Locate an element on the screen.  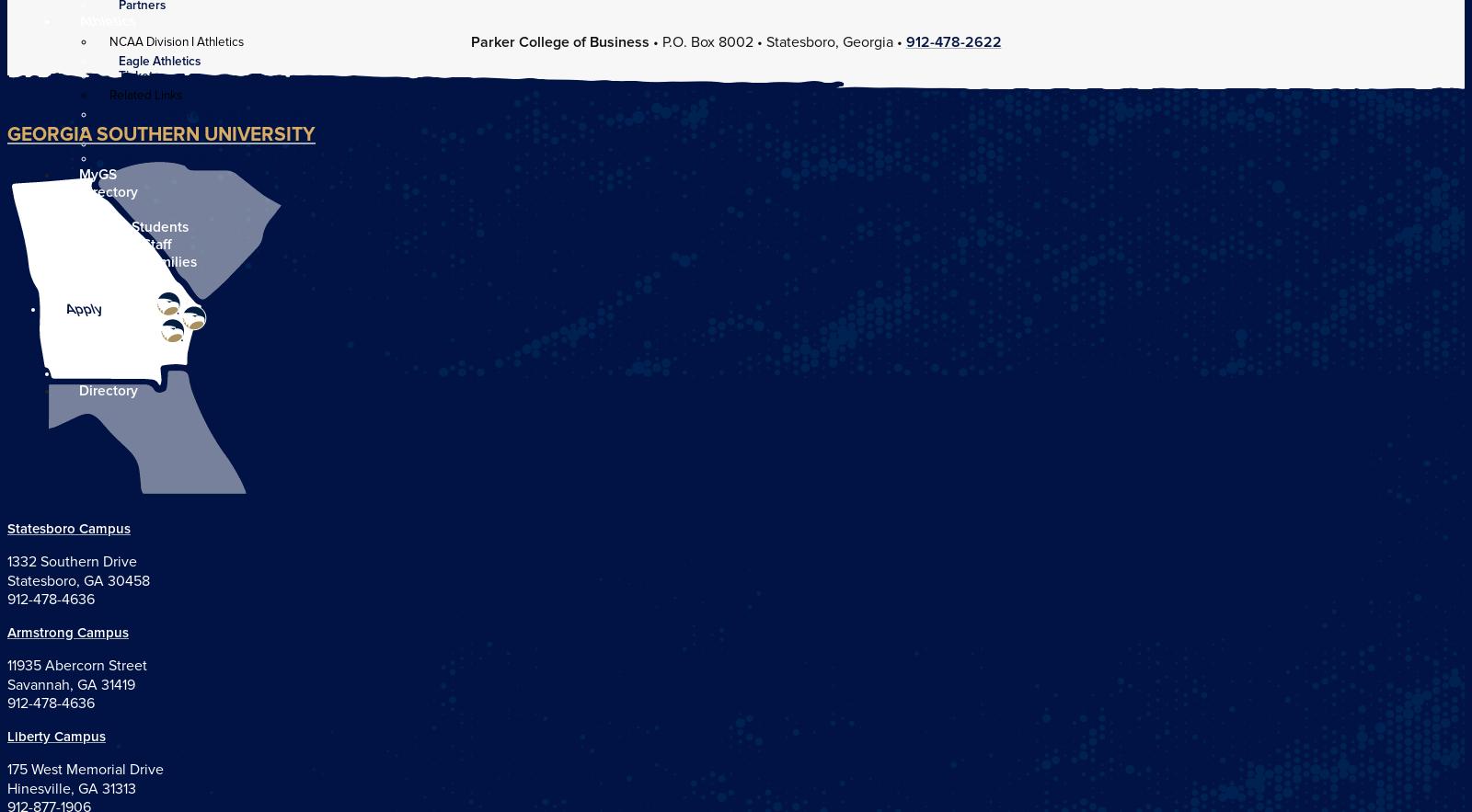
'Related Links' is located at coordinates (144, 94).